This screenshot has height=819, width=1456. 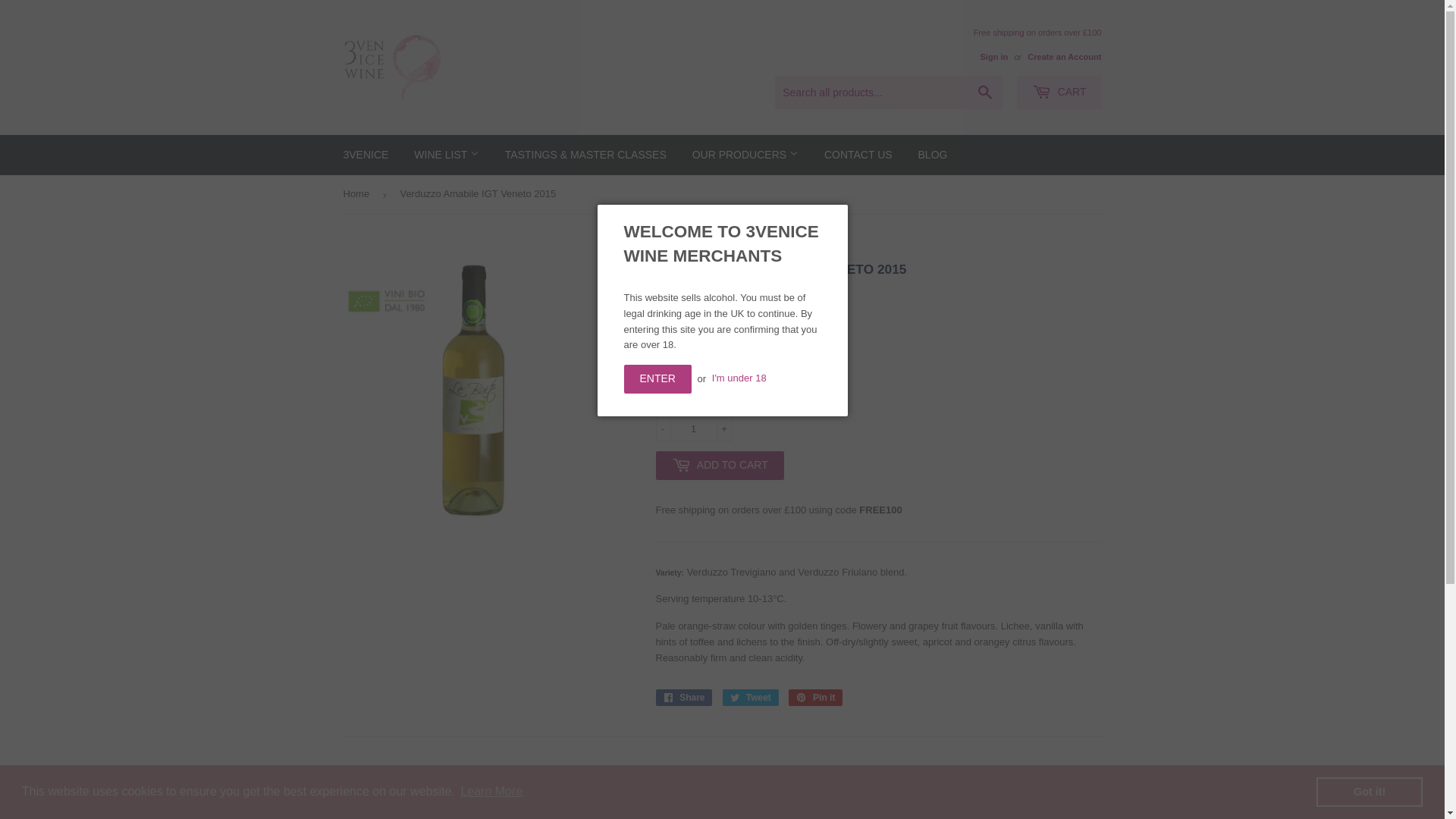 What do you see at coordinates (358, 193) in the screenshot?
I see `'Home'` at bounding box center [358, 193].